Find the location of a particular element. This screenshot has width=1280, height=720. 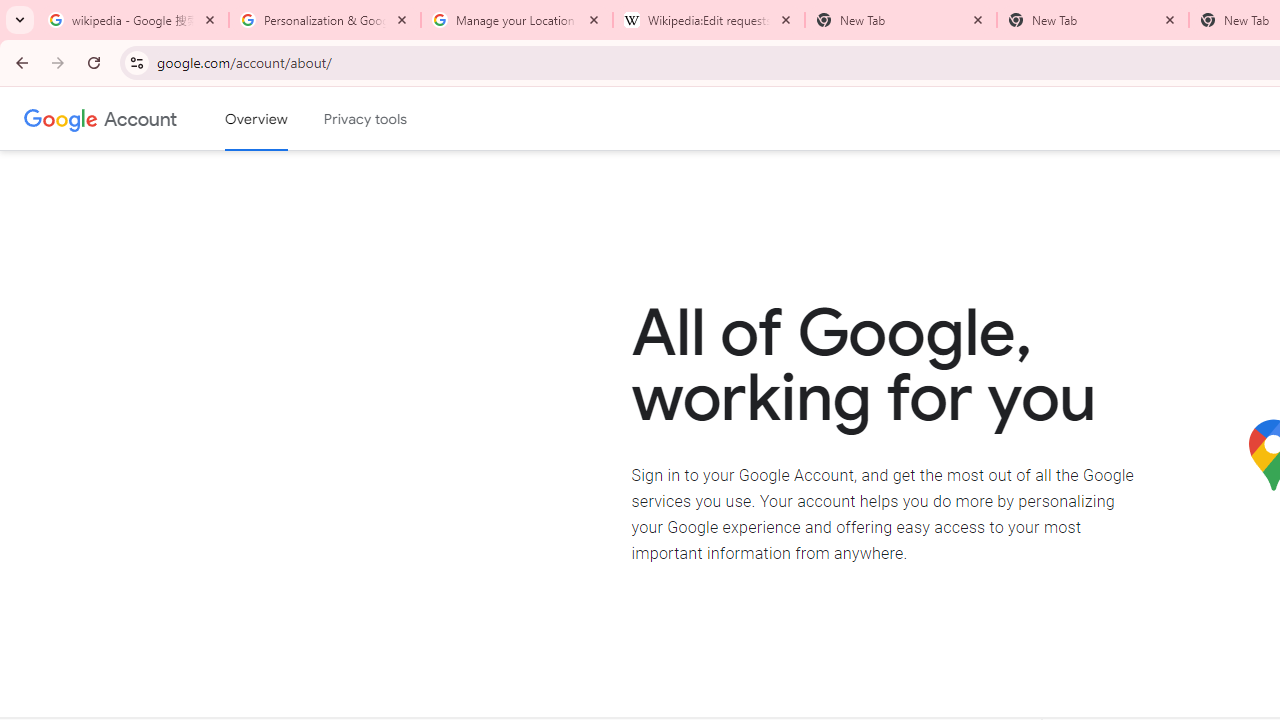

'Personalization & Google Search results - Google Search Help' is located at coordinates (325, 20).